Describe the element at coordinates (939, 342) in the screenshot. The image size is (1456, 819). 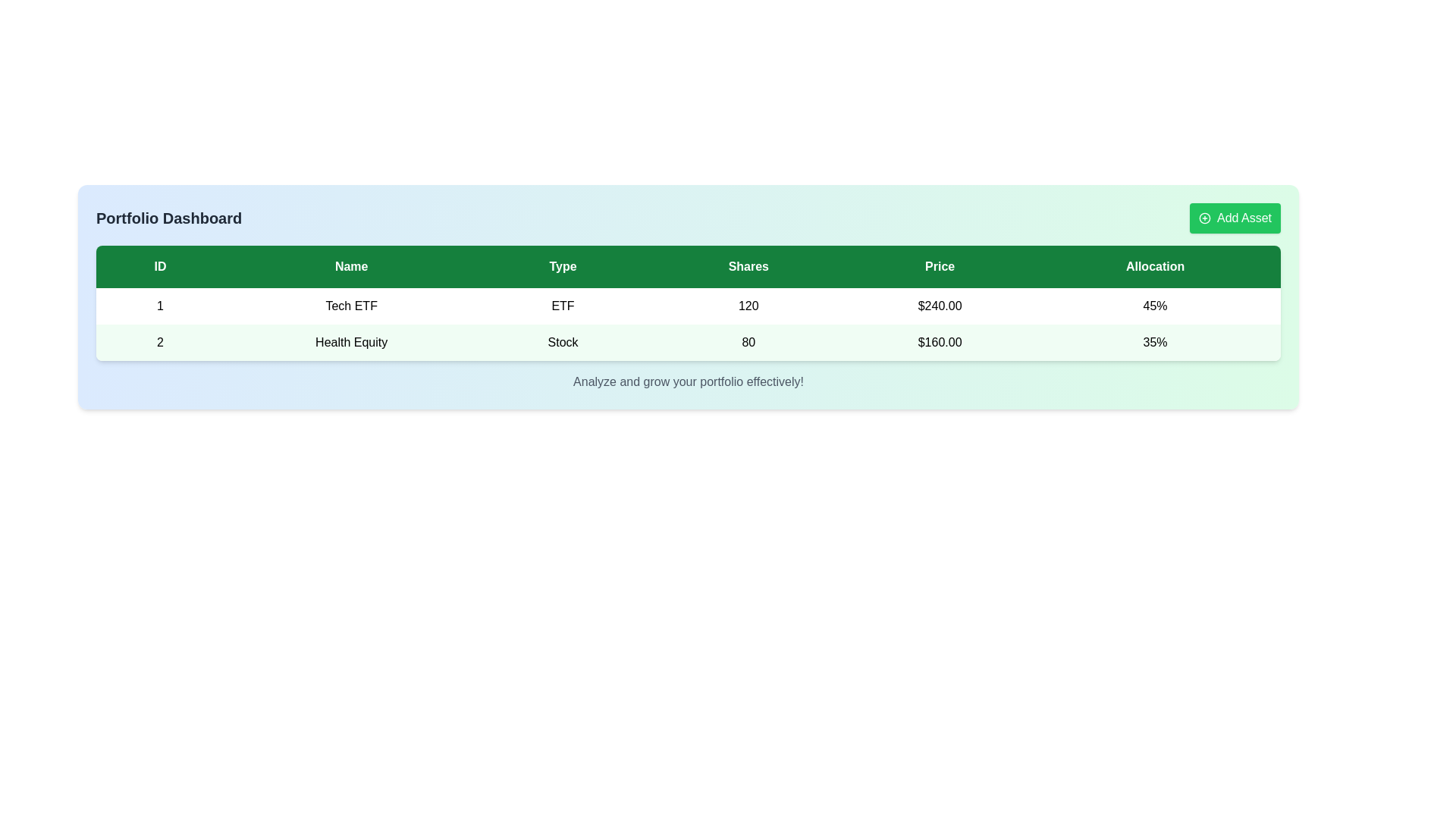
I see `the non-interactive text label displaying the price for 'Health Equity' stock located in the fifth column of the second row of the table` at that location.